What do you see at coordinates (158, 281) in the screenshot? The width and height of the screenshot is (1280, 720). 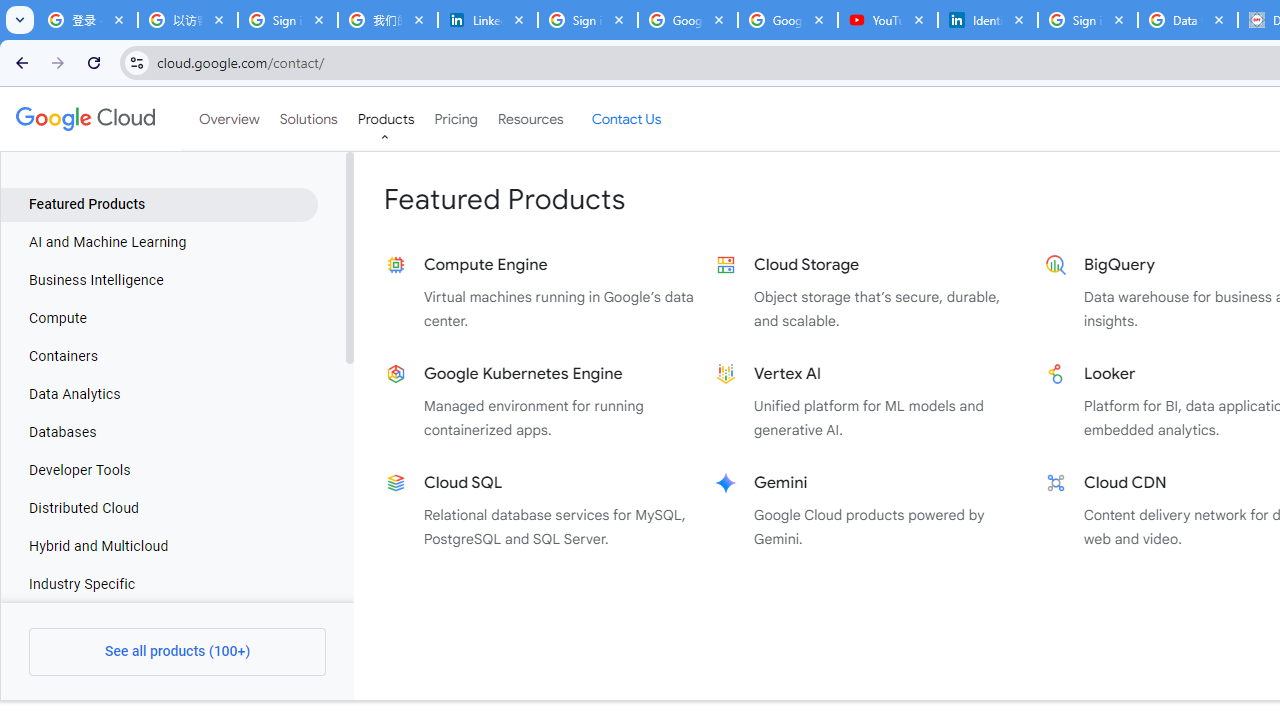 I see `'Business Intelligence'` at bounding box center [158, 281].